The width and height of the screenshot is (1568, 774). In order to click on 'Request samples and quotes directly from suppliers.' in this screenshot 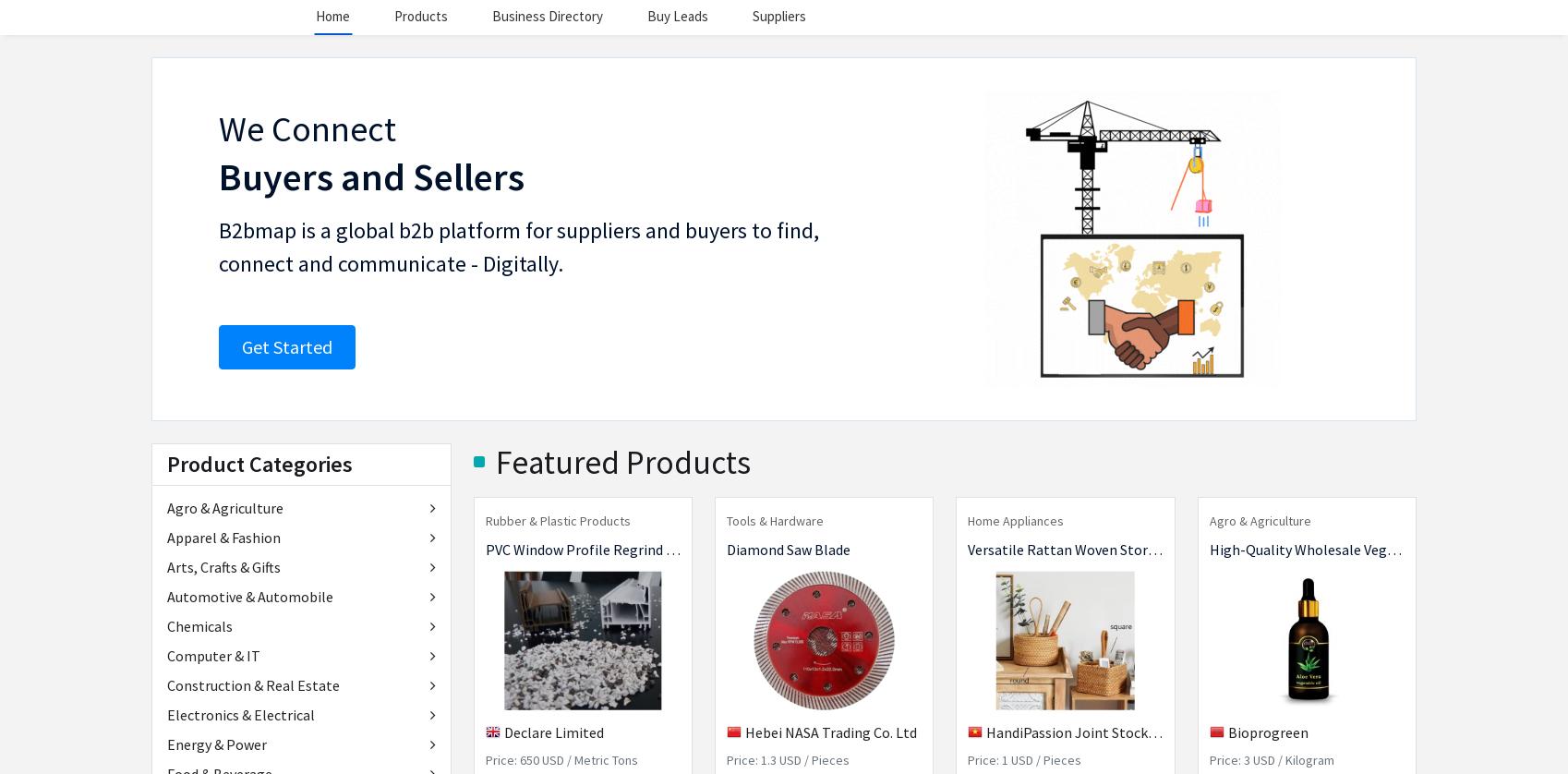, I will do `click(1021, 229)`.